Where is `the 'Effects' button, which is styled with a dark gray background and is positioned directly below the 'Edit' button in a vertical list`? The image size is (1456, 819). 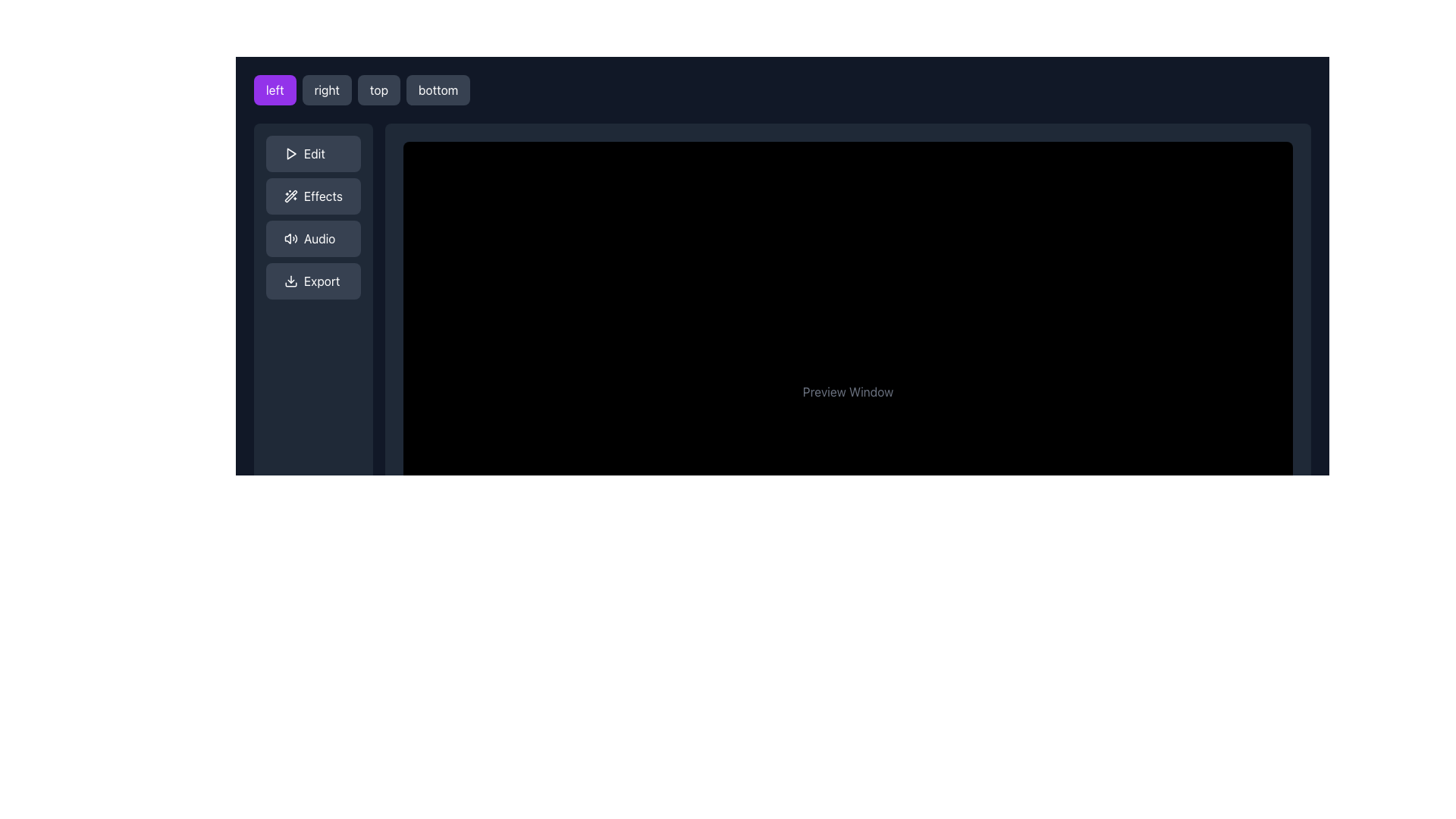
the 'Effects' button, which is styled with a dark gray background and is positioned directly below the 'Edit' button in a vertical list is located at coordinates (312, 195).